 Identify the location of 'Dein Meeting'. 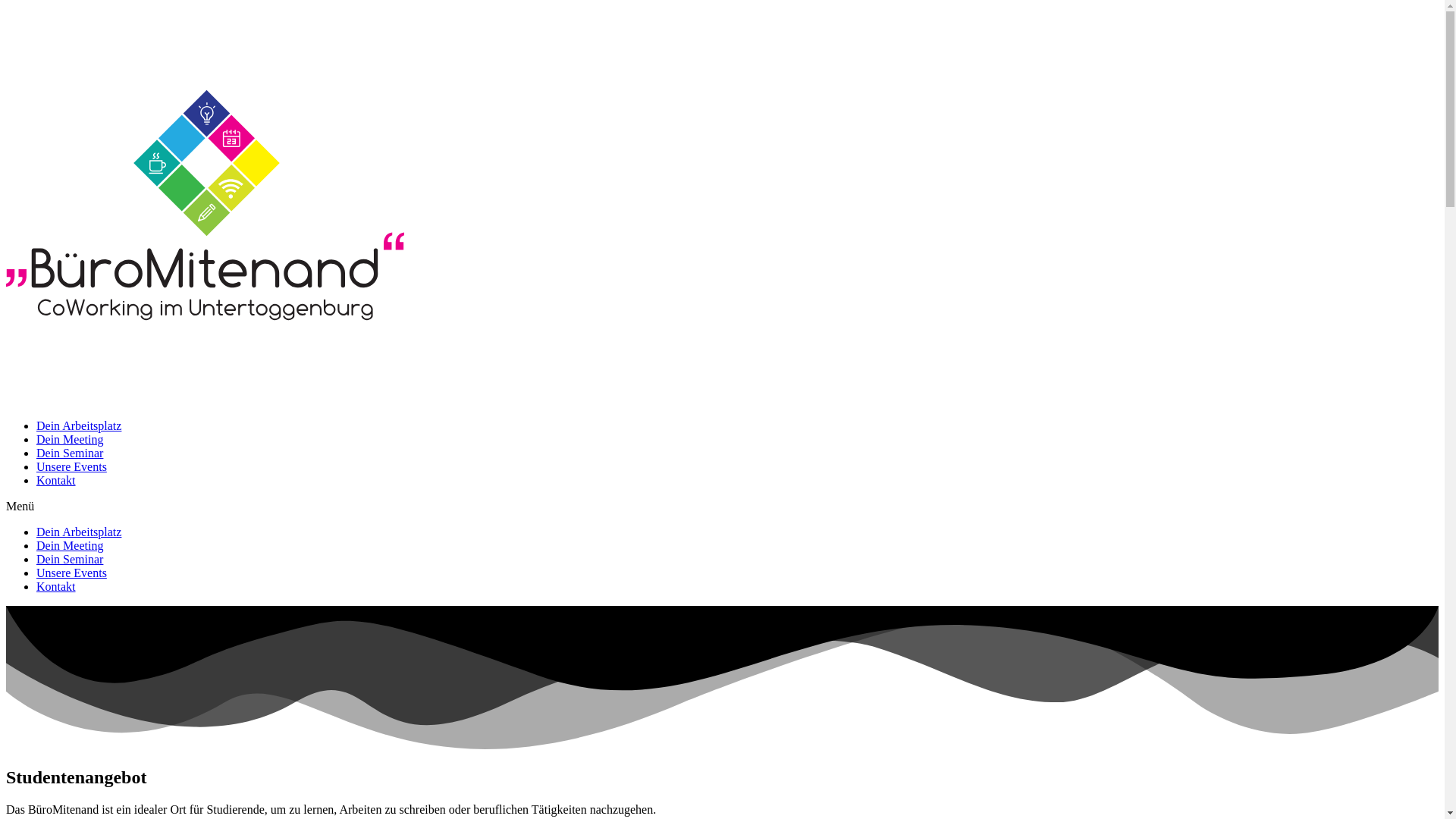
(36, 544).